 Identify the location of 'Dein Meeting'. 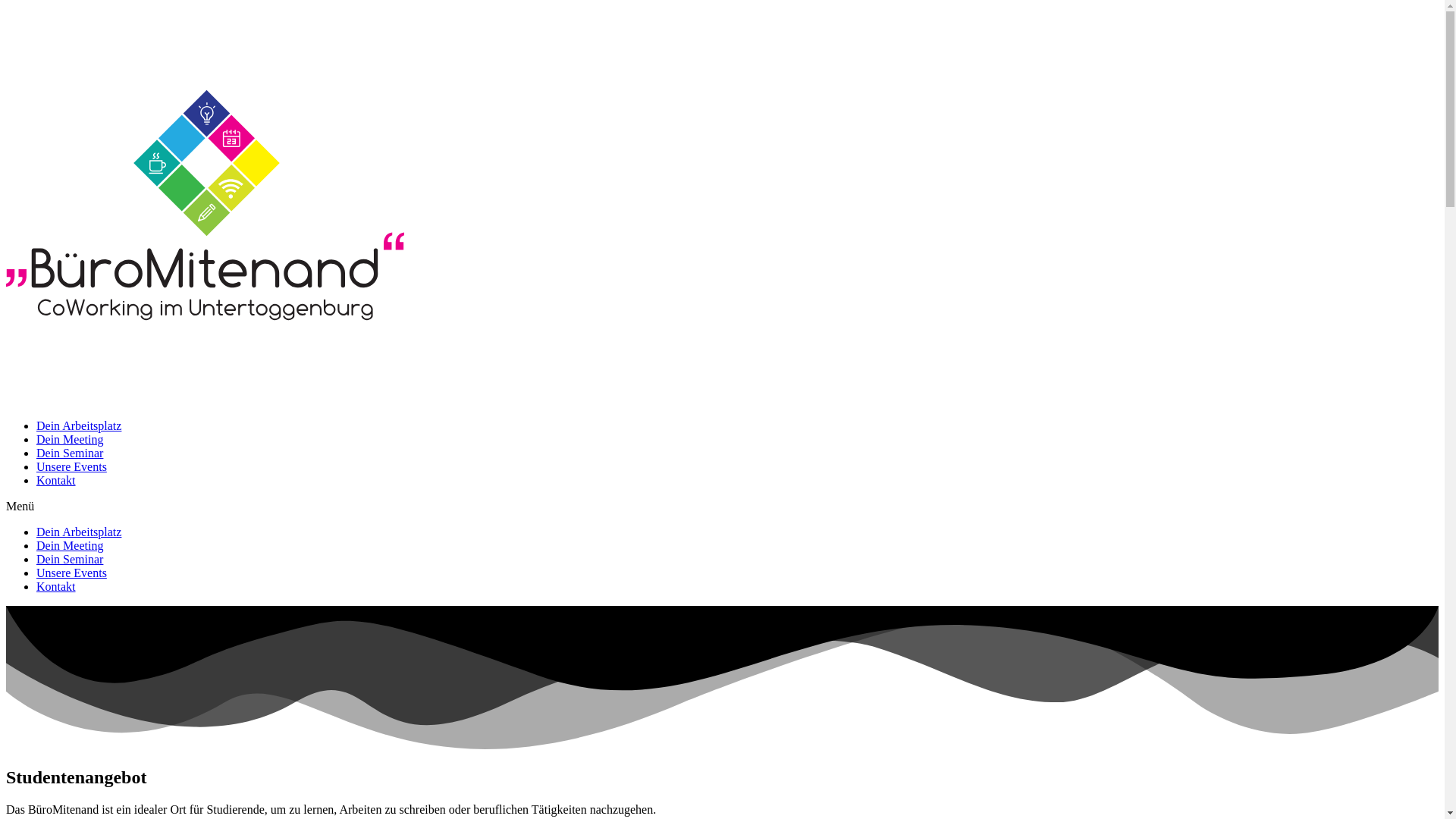
(36, 544).